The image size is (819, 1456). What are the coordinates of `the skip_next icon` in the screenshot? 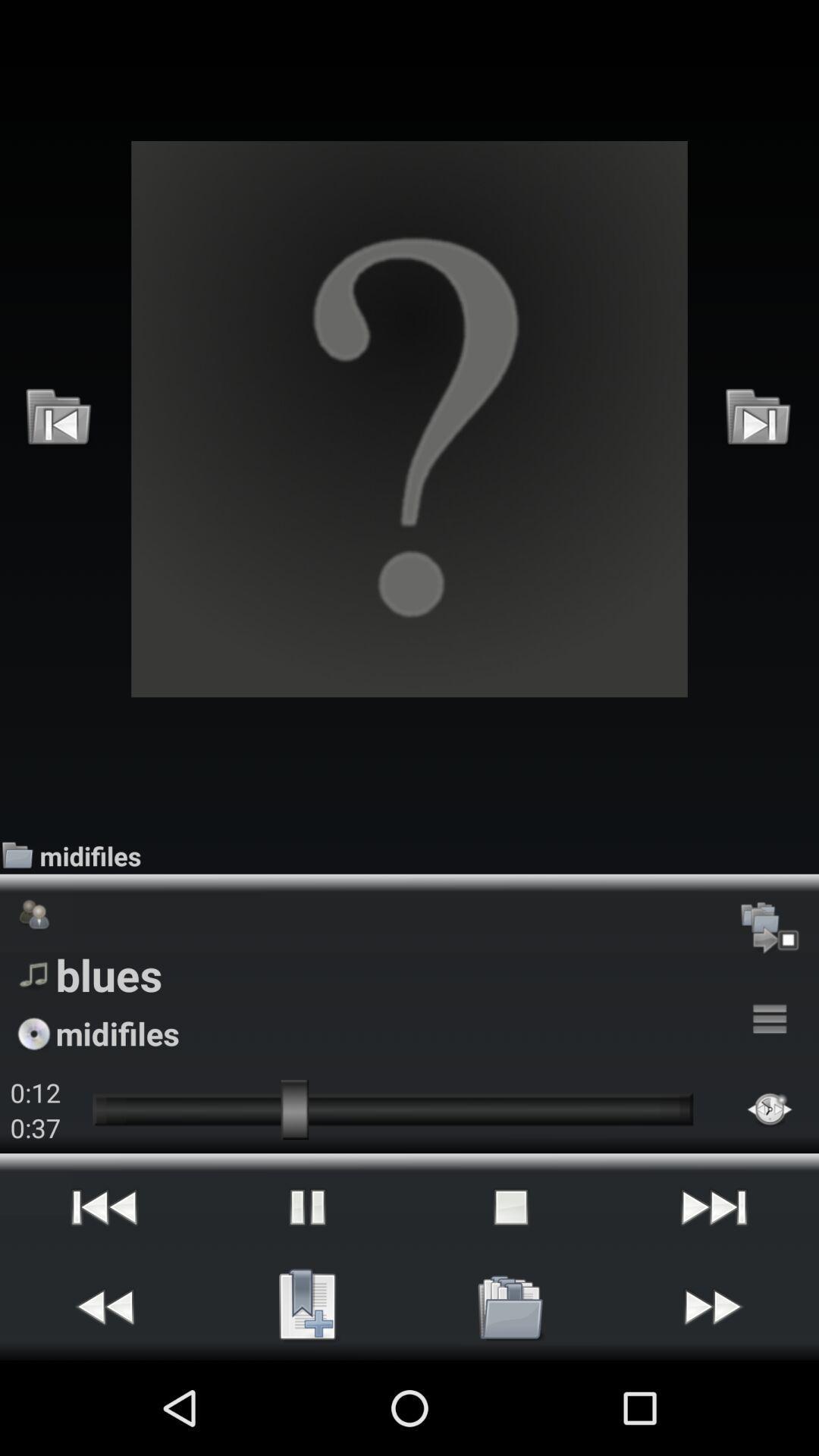 It's located at (758, 447).